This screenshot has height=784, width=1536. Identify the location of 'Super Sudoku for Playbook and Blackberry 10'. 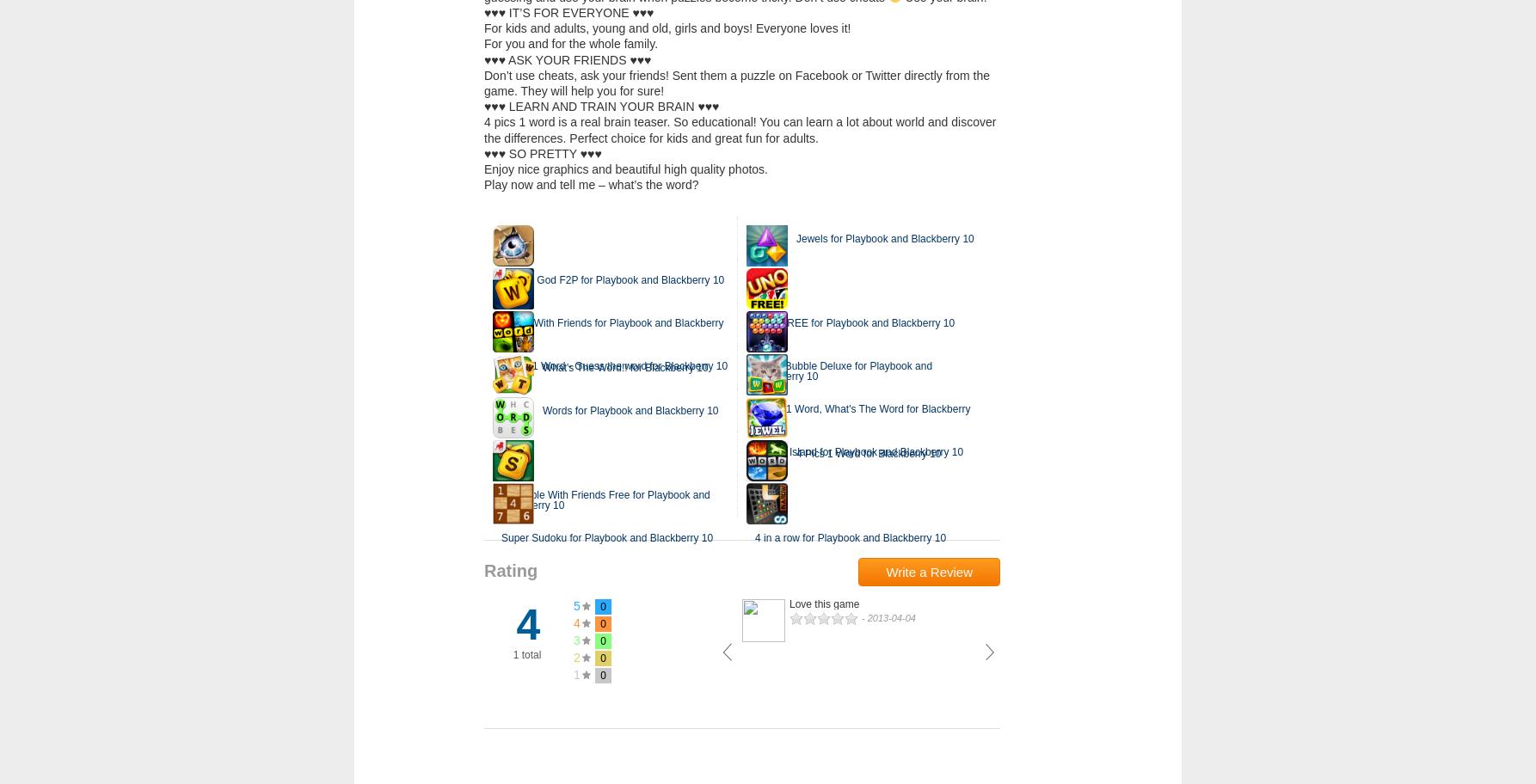
(500, 537).